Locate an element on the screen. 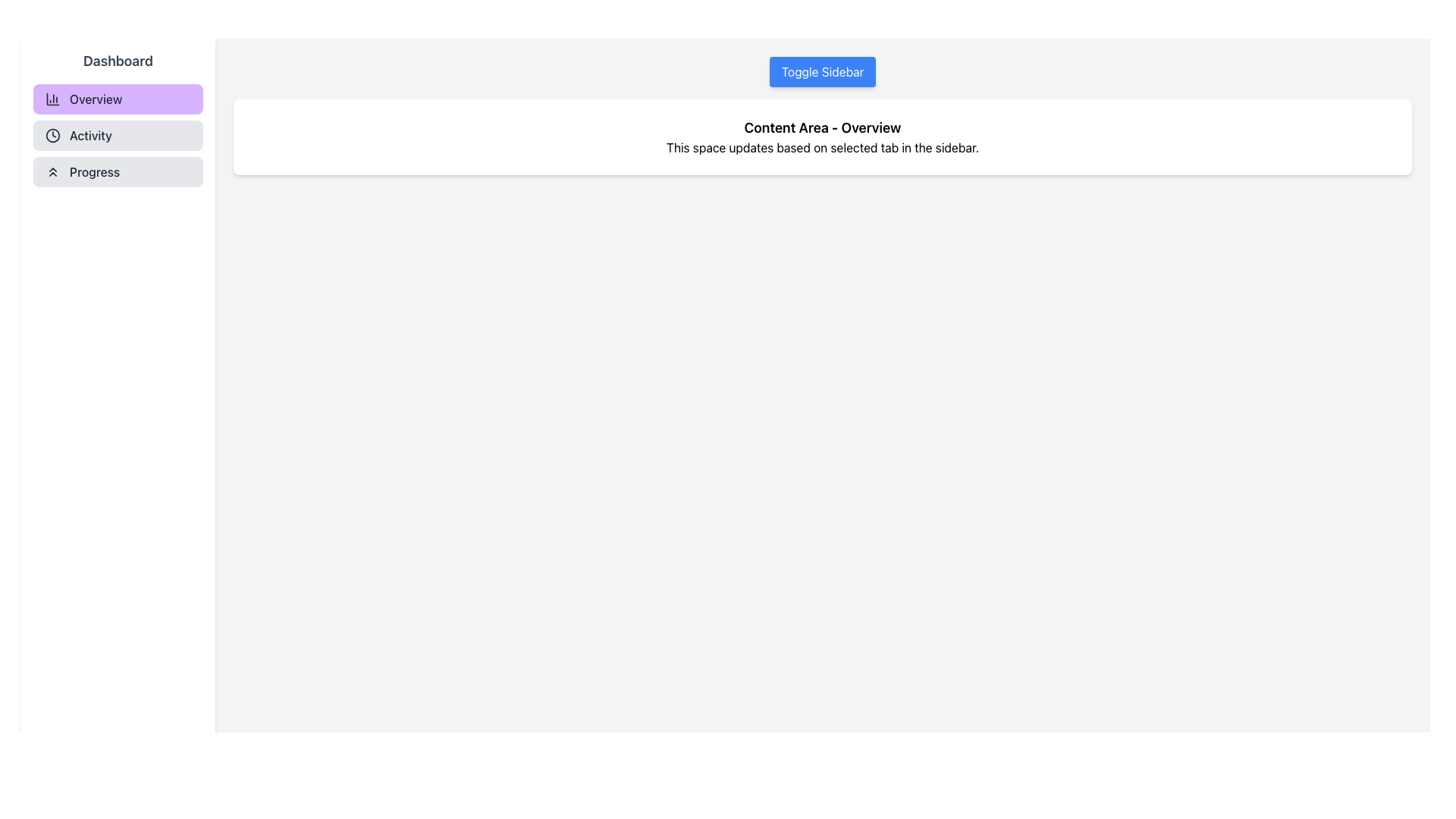 The width and height of the screenshot is (1456, 819). the 'Activity' button, which is the second button in the left sidebar menu, to visualize its hover effects is located at coordinates (118, 134).